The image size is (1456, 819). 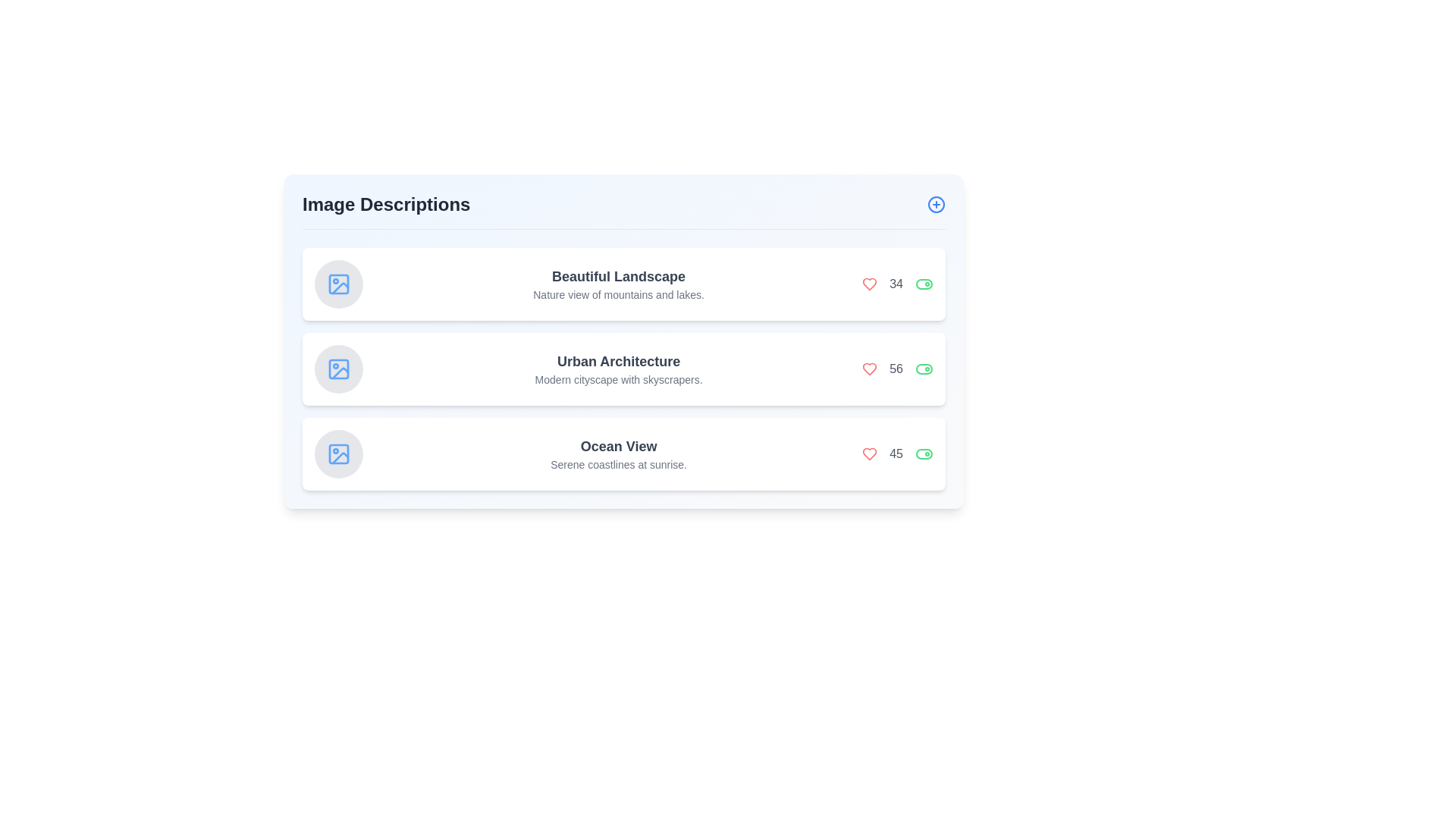 I want to click on toggle icon for the item labeled 'Beautiful Landscape' to toggle its state, so click(x=924, y=284).